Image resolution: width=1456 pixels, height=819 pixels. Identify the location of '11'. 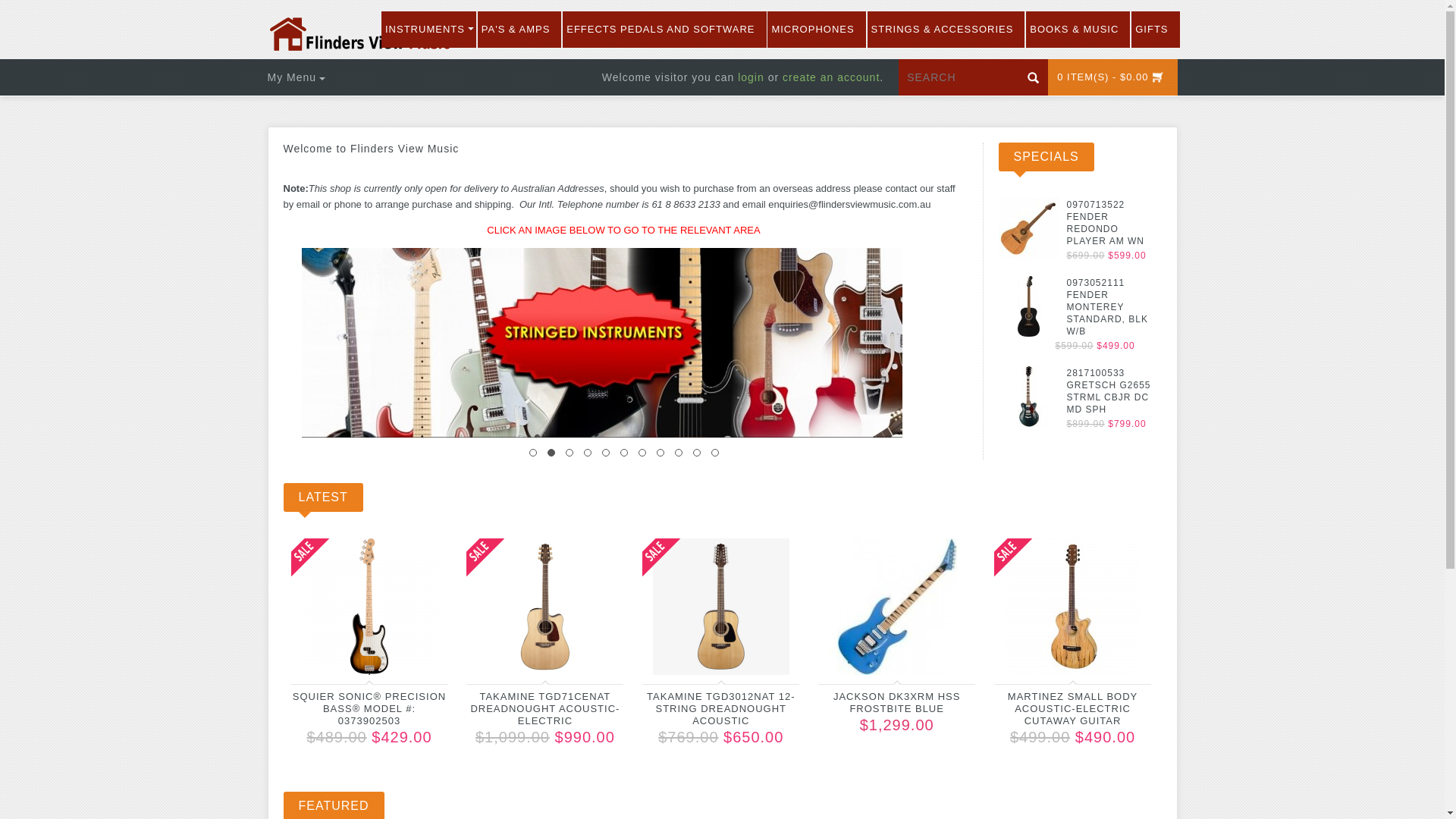
(714, 452).